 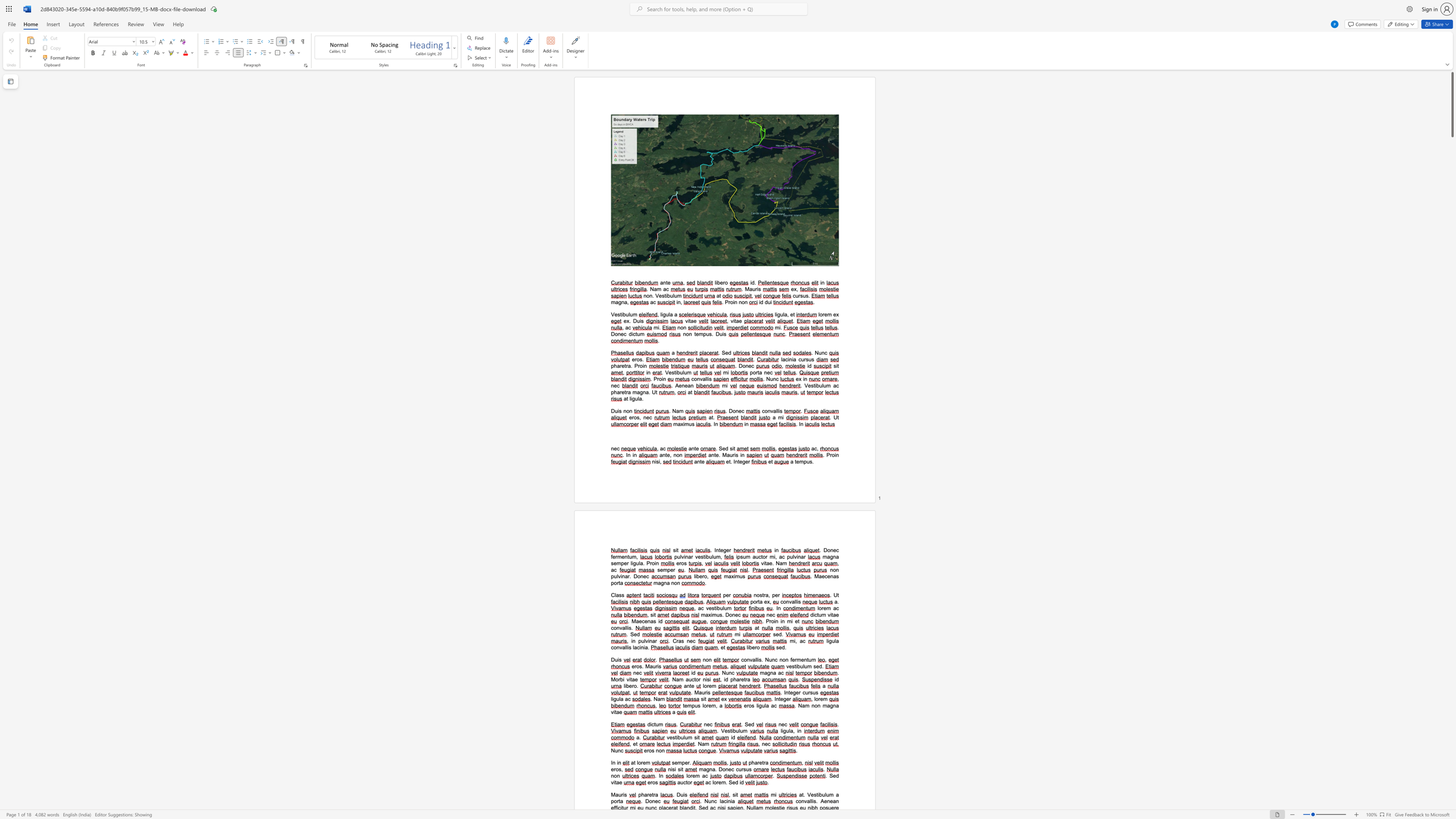 What do you see at coordinates (643, 763) in the screenshot?
I see `the space between the continuous character "r" and "e" in the text` at bounding box center [643, 763].